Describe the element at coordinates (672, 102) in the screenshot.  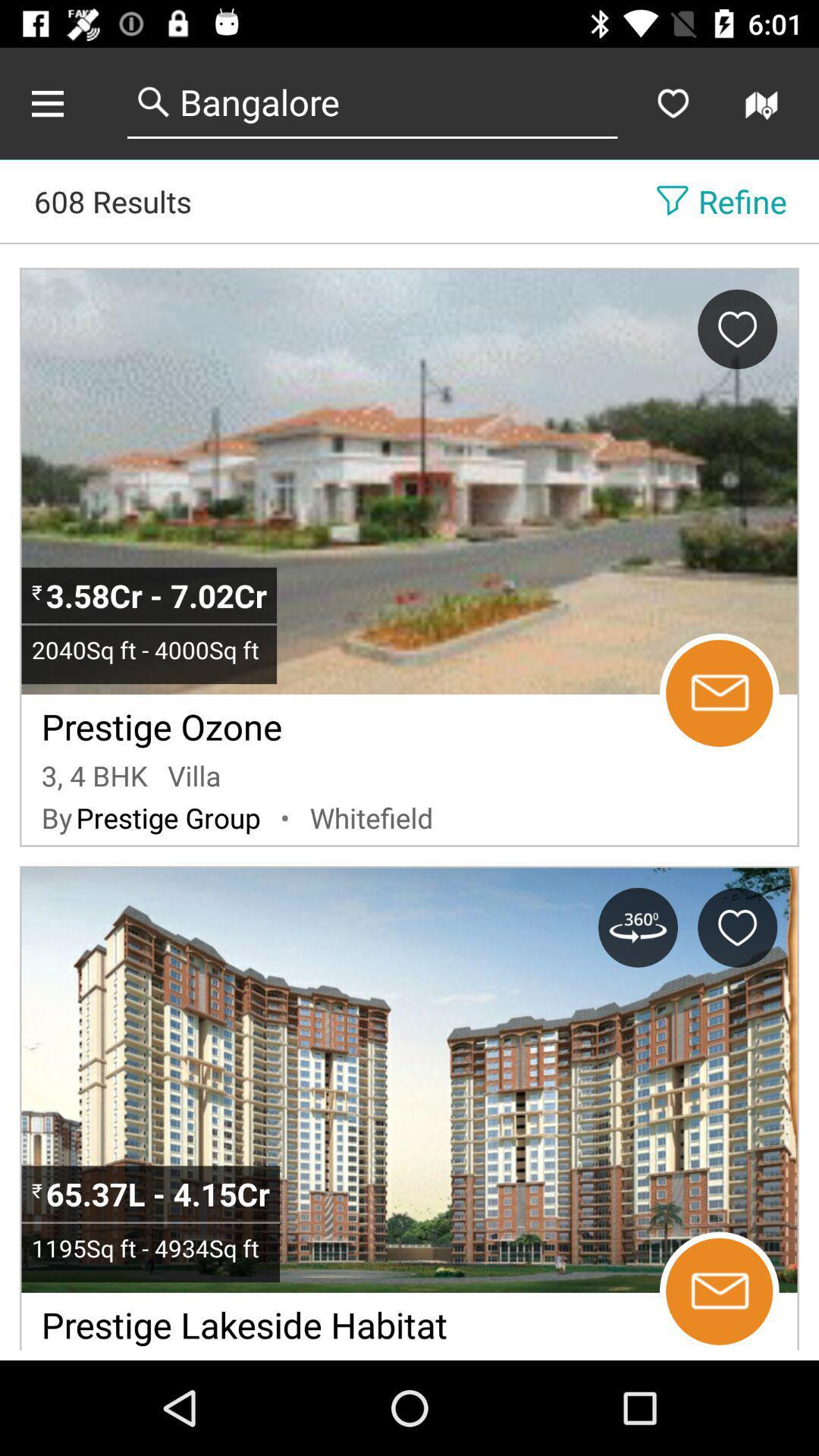
I see `favorites the selected entry` at that location.